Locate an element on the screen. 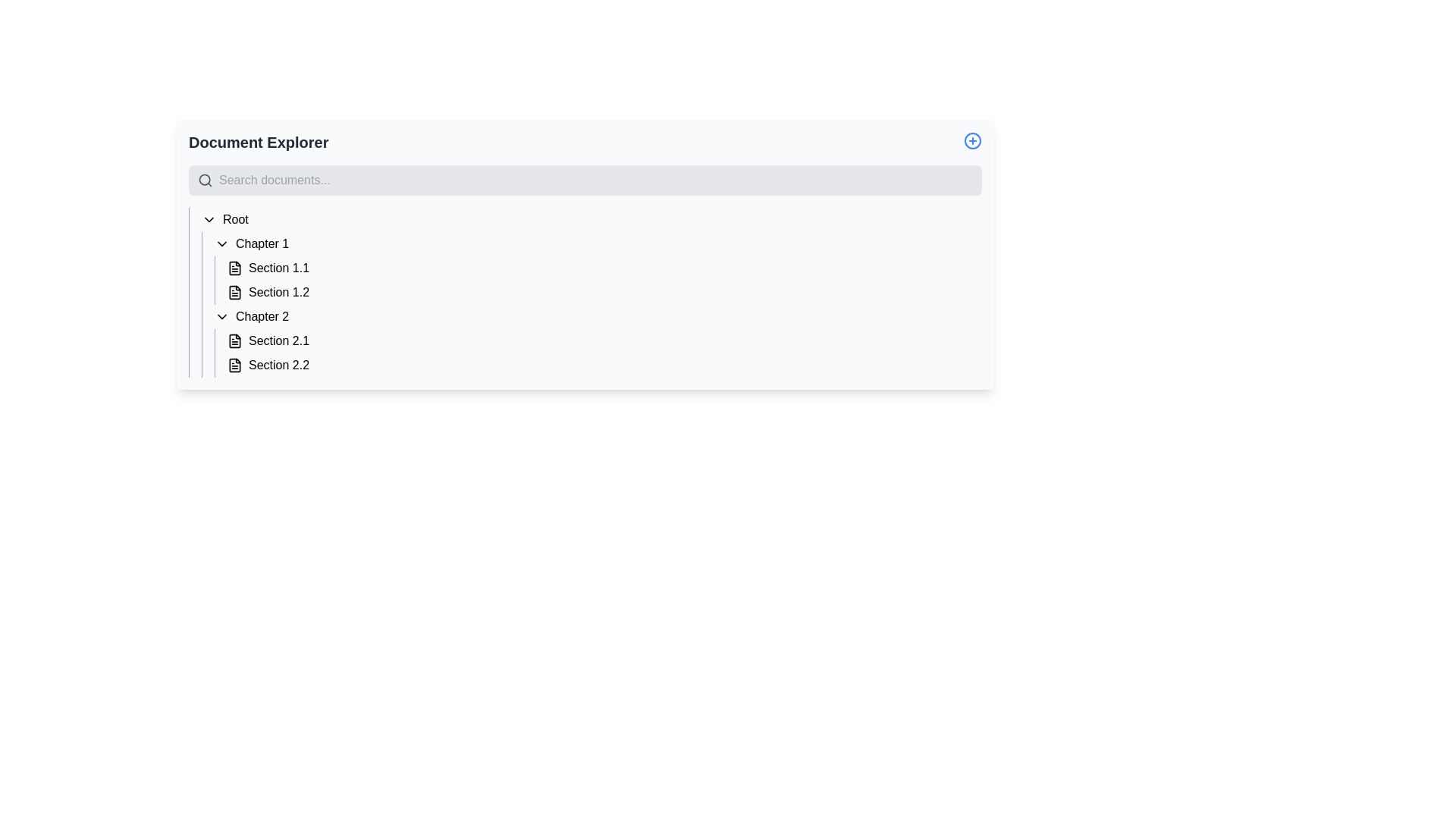  the 'Section 1.1' text label located under 'Chapter 1' in the Document Explorer interface is located at coordinates (279, 268).